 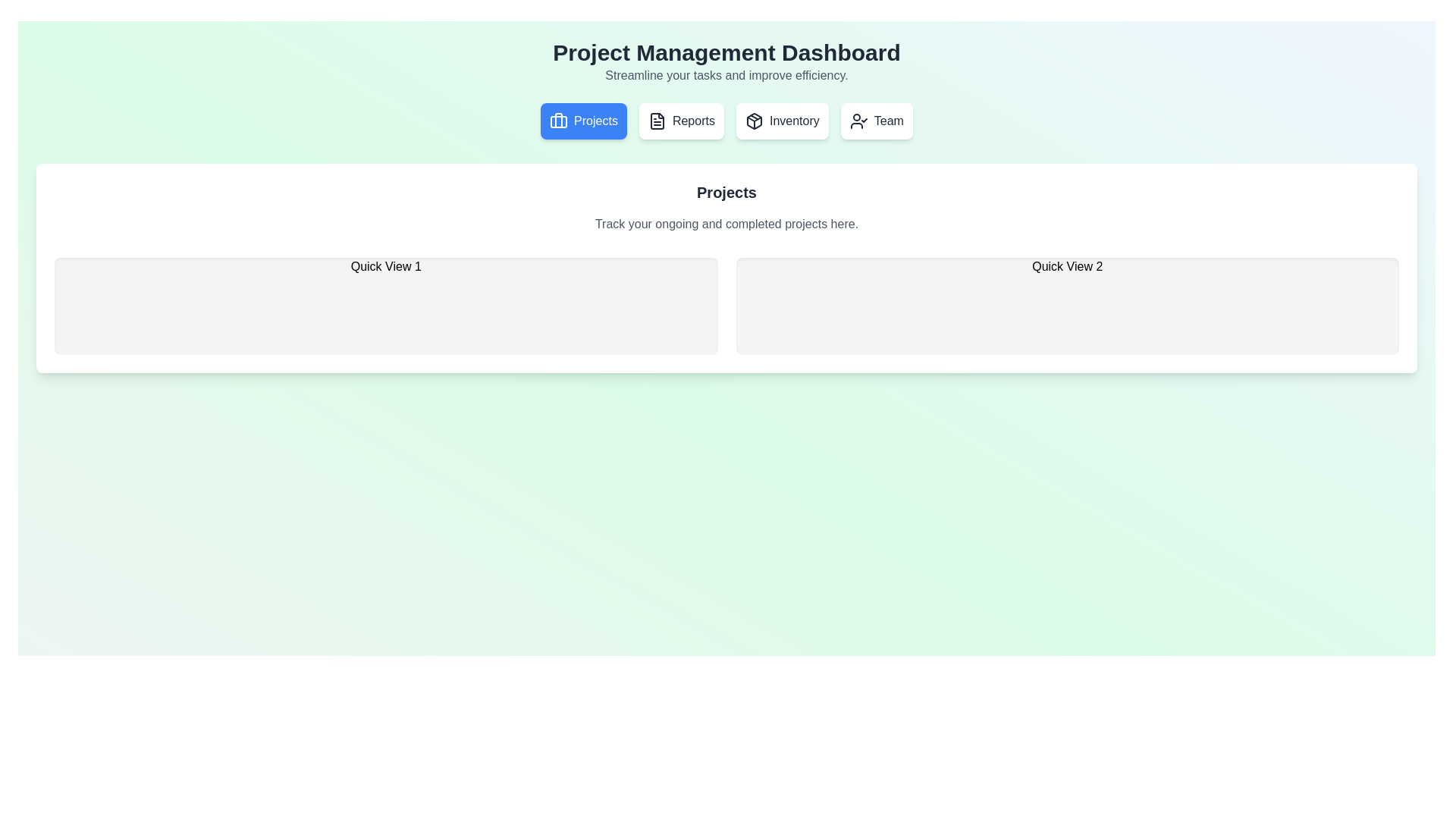 I want to click on the decorative vector graphic segment of the 'Projects' button, which enhances the icon's aesthetic within the top-left part of the dashboard, so click(x=558, y=119).